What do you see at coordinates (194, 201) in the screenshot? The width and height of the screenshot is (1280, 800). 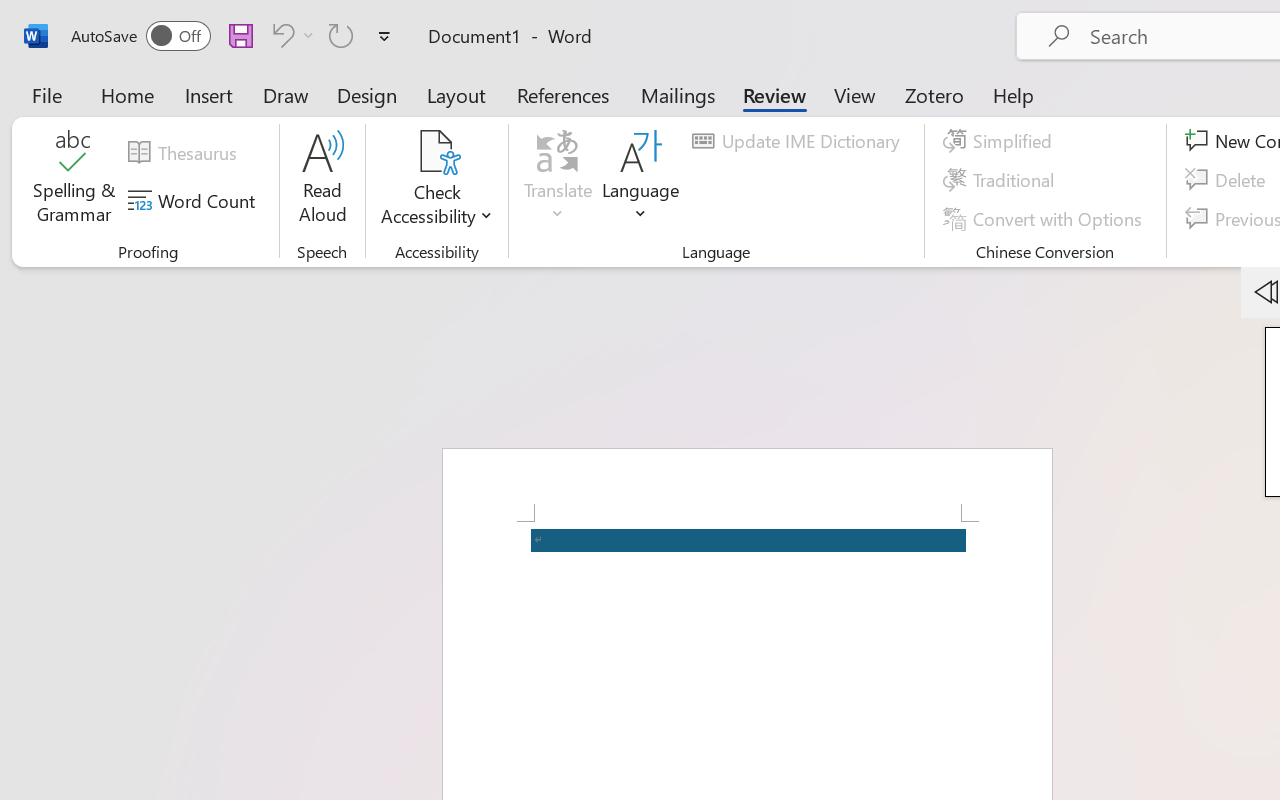 I see `'Word Count'` at bounding box center [194, 201].